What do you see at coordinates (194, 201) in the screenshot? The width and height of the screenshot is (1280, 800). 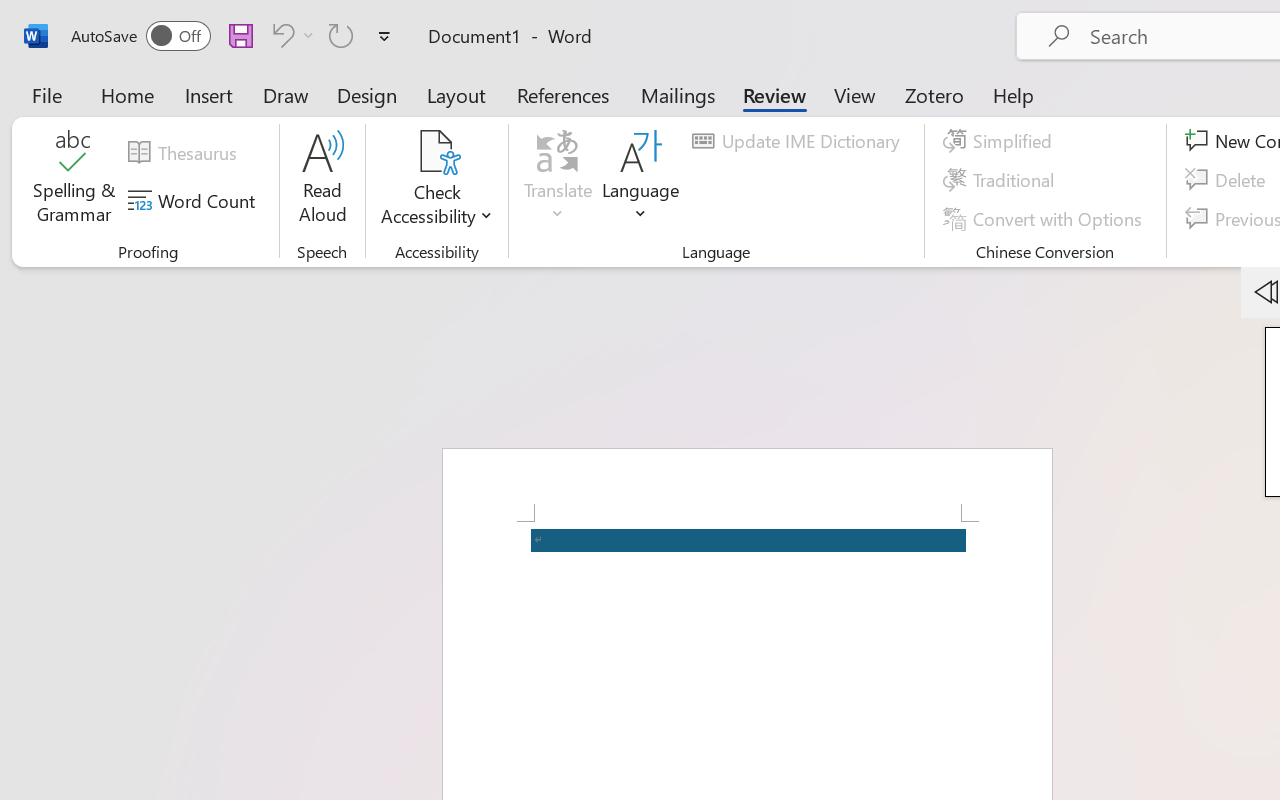 I see `'Word Count'` at bounding box center [194, 201].